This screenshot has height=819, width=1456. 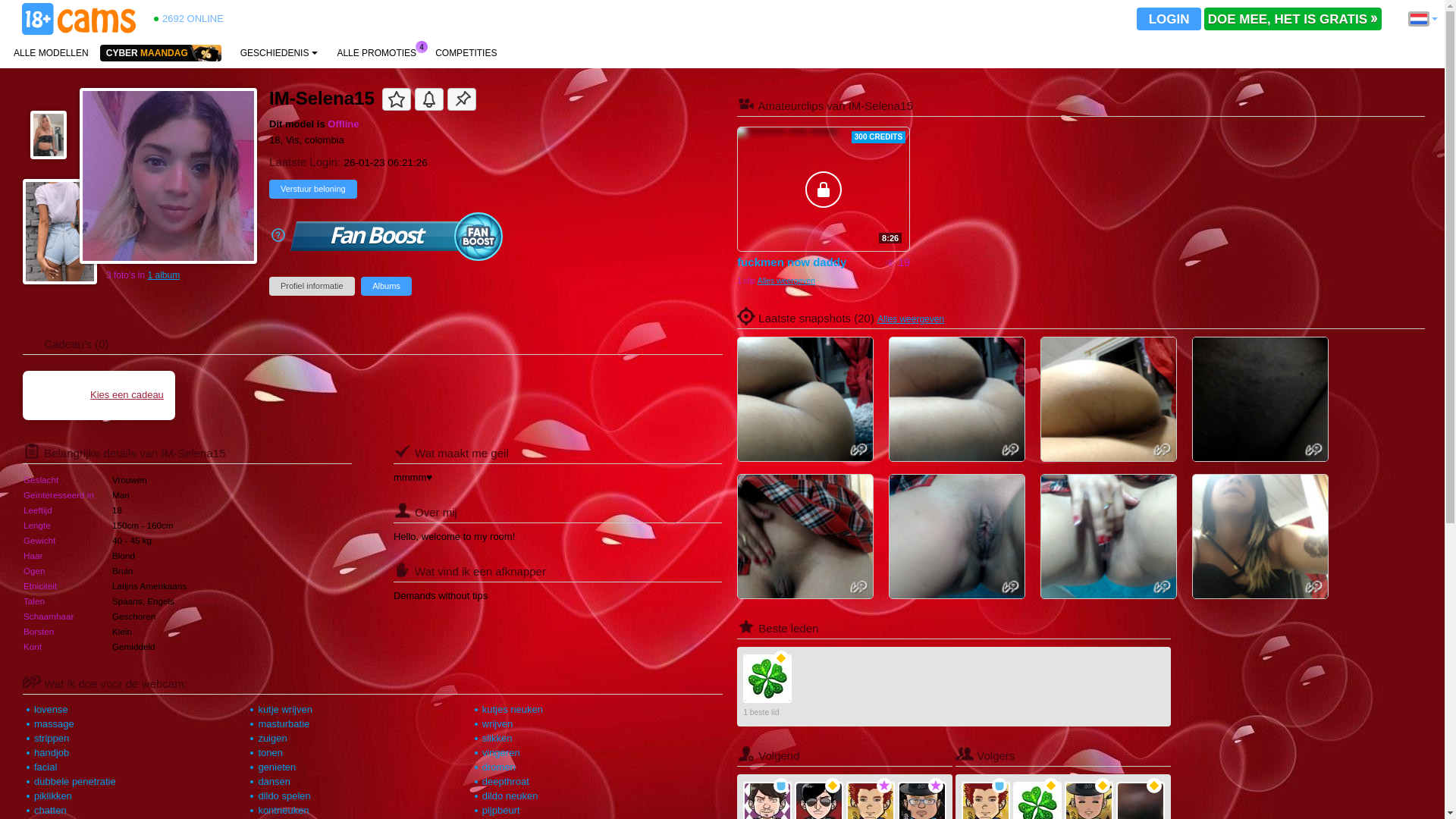 What do you see at coordinates (33, 767) in the screenshot?
I see `'facial'` at bounding box center [33, 767].